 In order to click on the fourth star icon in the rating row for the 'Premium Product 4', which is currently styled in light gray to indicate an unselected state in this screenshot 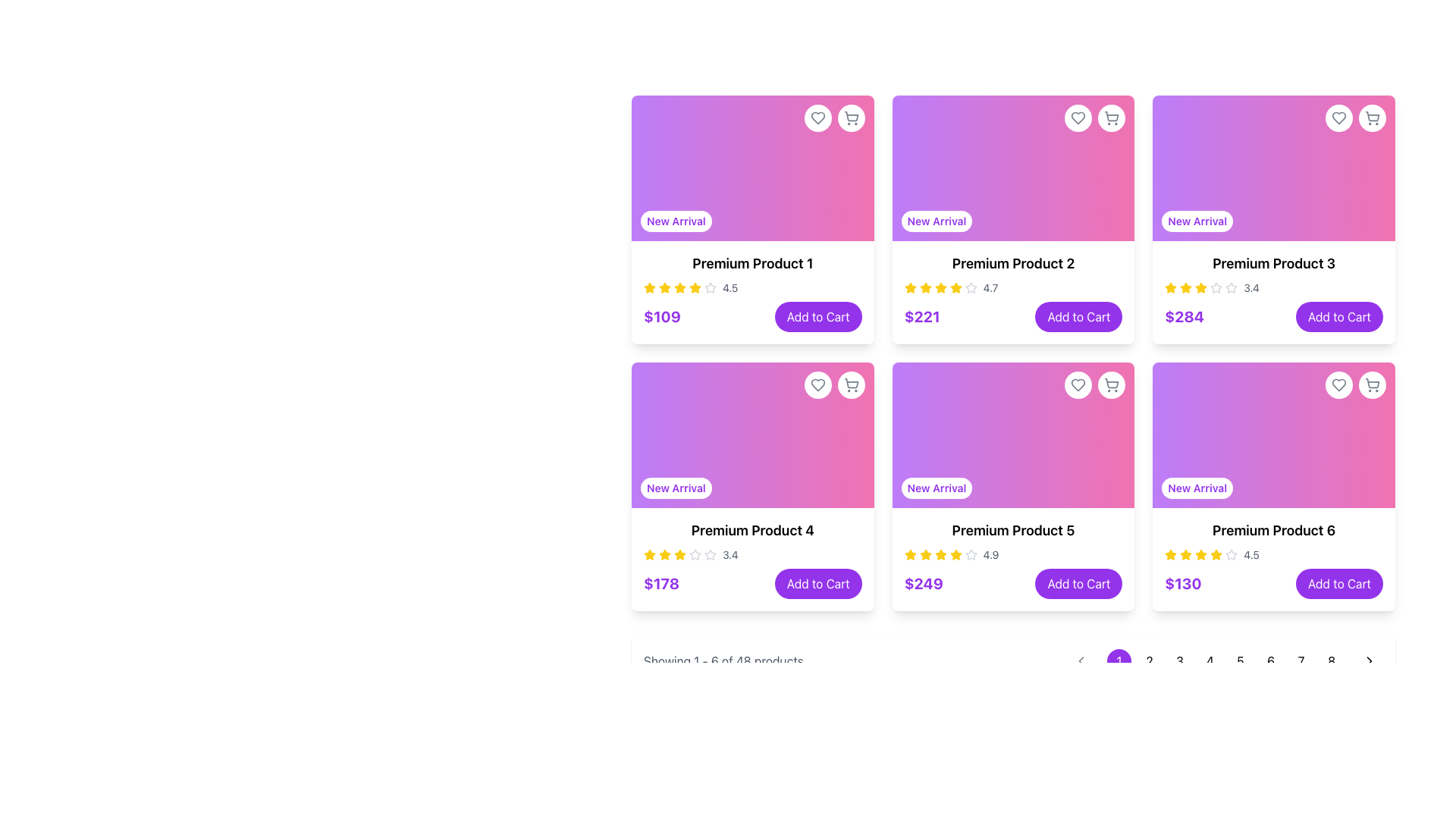, I will do `click(709, 554)`.